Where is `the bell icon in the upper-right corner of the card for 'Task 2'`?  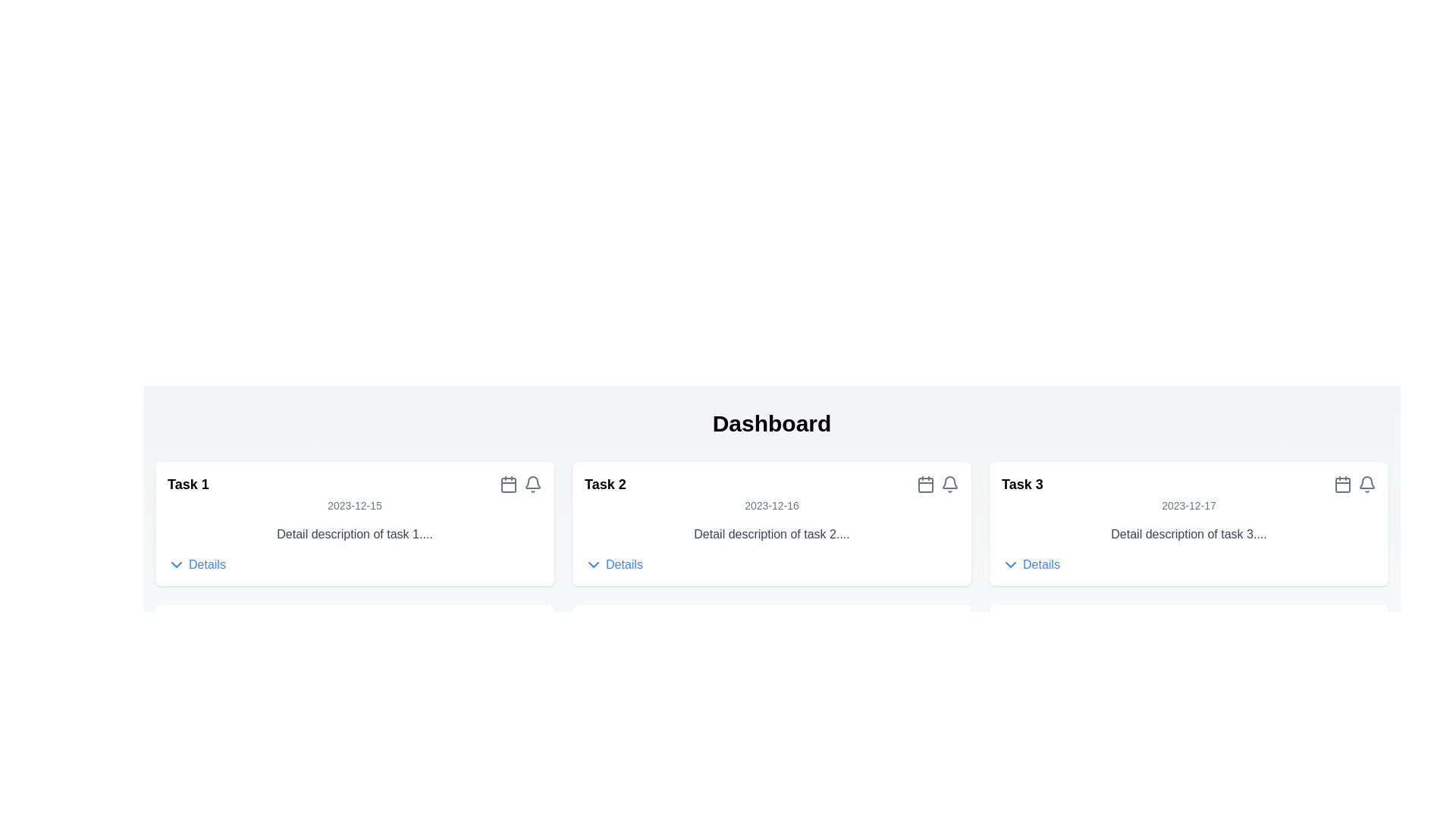 the bell icon in the upper-right corner of the card for 'Task 2' is located at coordinates (937, 485).